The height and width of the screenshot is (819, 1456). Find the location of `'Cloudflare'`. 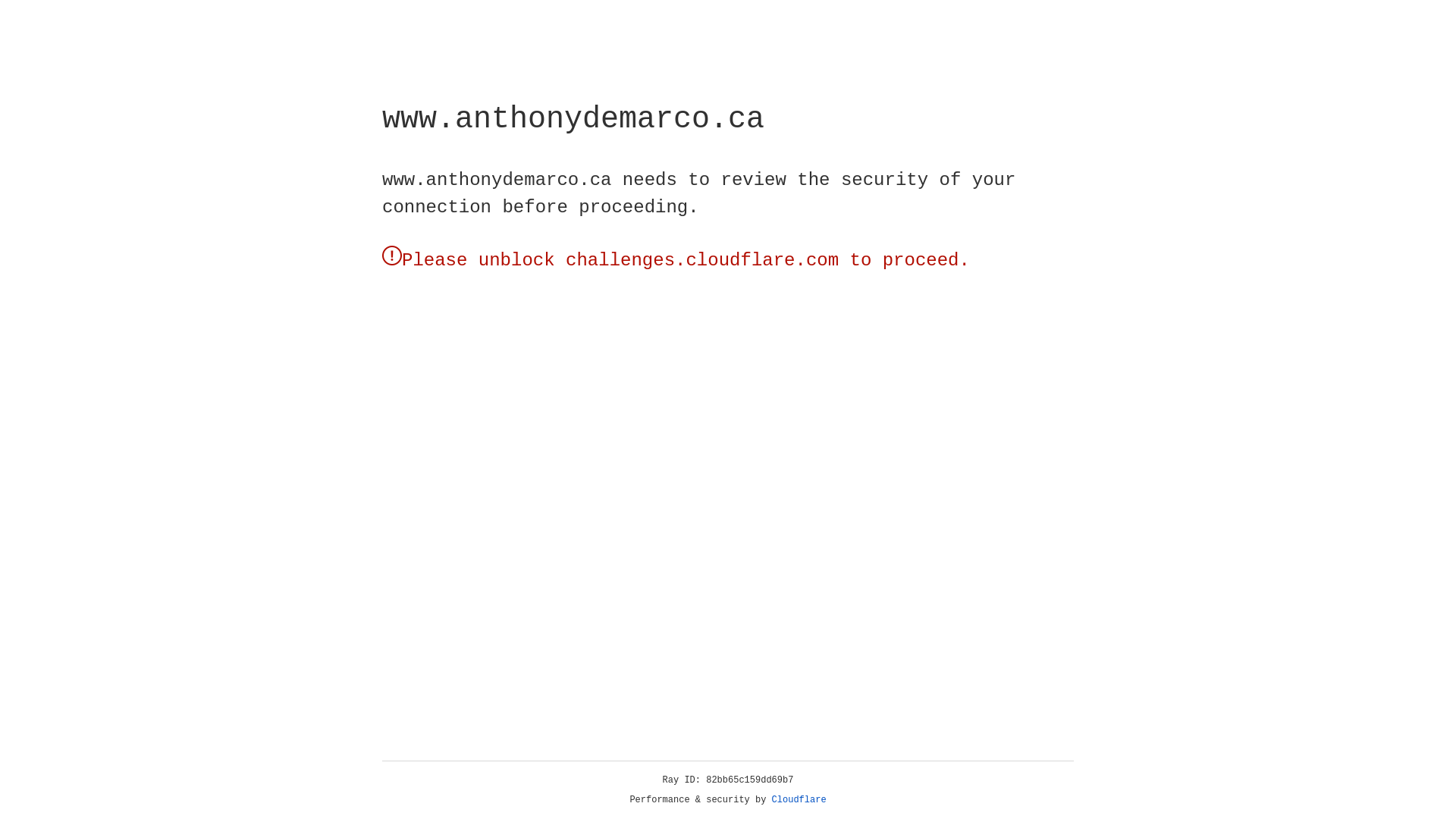

'Cloudflare' is located at coordinates (799, 799).